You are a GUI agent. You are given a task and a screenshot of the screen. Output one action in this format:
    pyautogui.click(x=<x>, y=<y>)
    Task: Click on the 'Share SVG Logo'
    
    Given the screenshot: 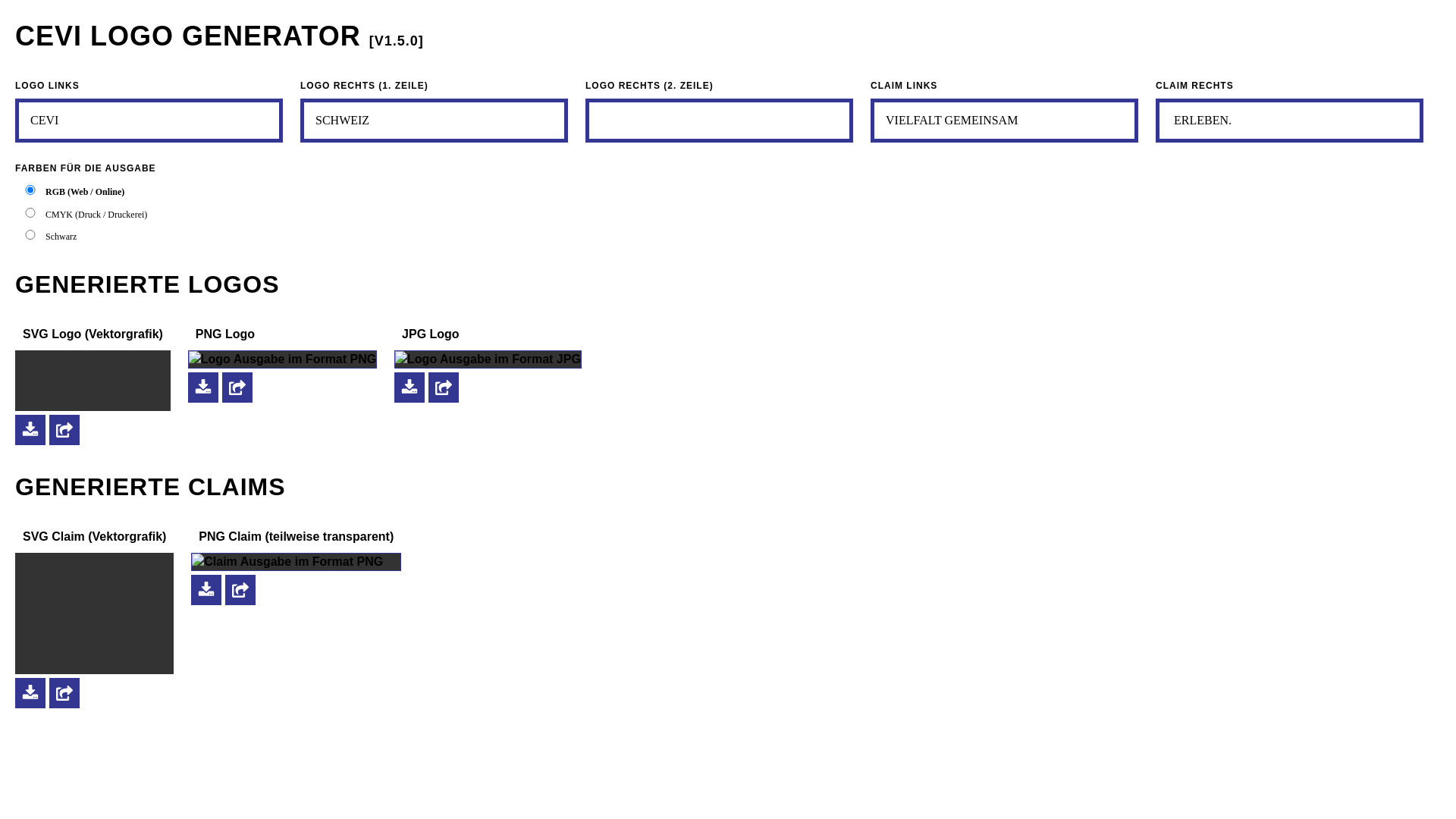 What is the action you would take?
    pyautogui.click(x=64, y=429)
    